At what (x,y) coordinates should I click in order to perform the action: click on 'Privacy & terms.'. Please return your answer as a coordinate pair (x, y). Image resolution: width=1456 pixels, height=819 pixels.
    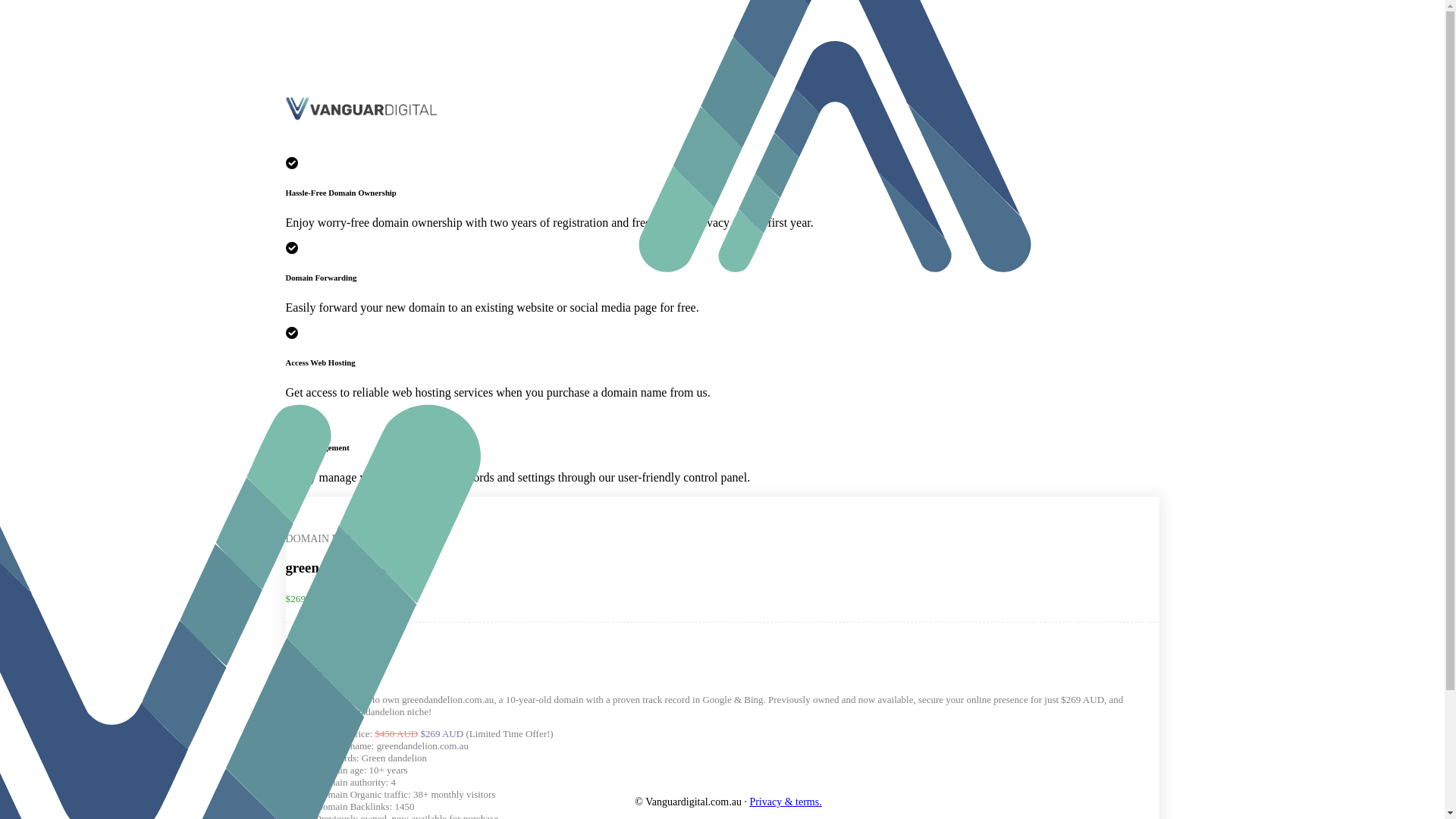
    Looking at the image, I should click on (785, 801).